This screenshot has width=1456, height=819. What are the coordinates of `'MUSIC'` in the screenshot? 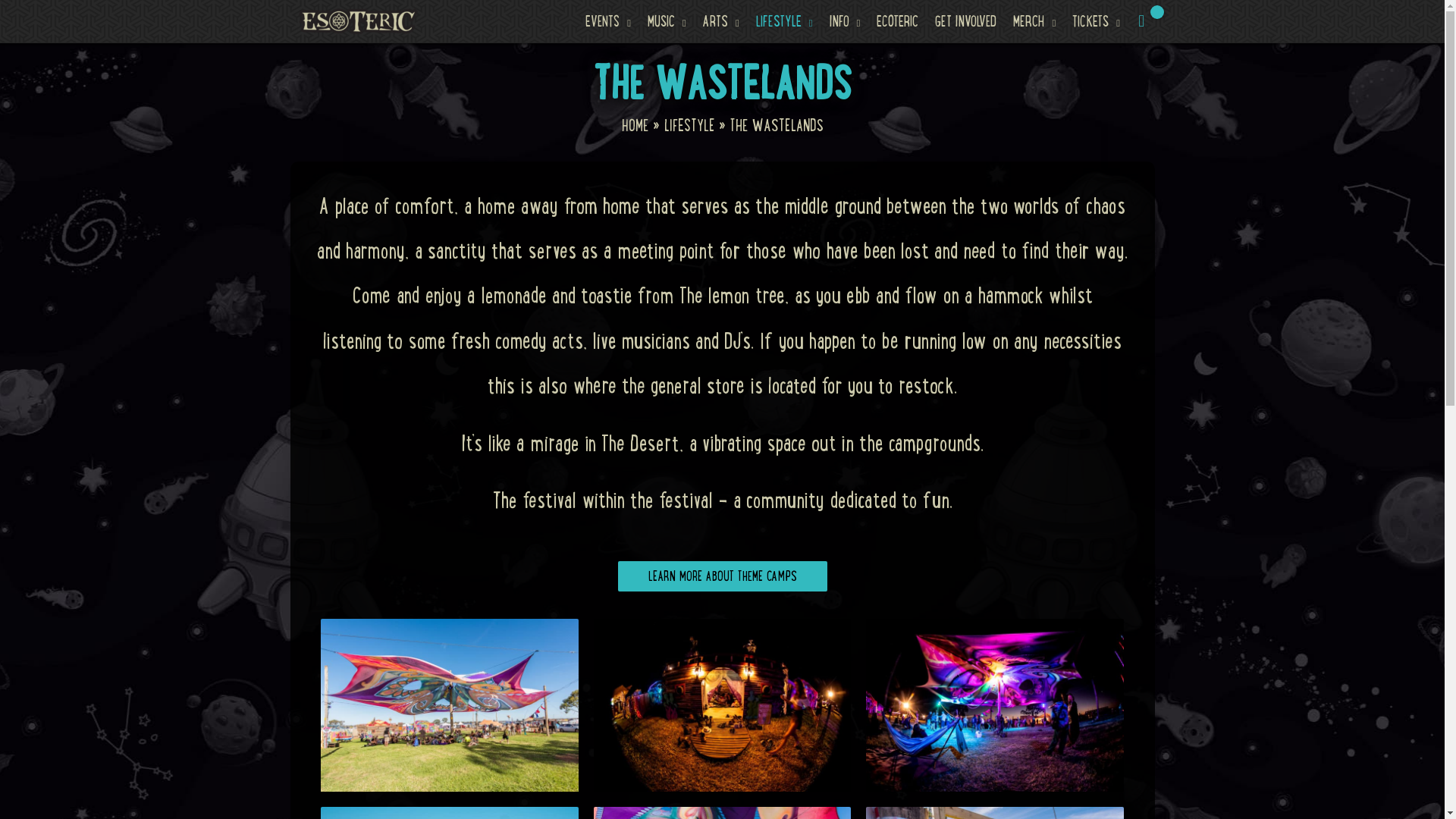 It's located at (667, 20).